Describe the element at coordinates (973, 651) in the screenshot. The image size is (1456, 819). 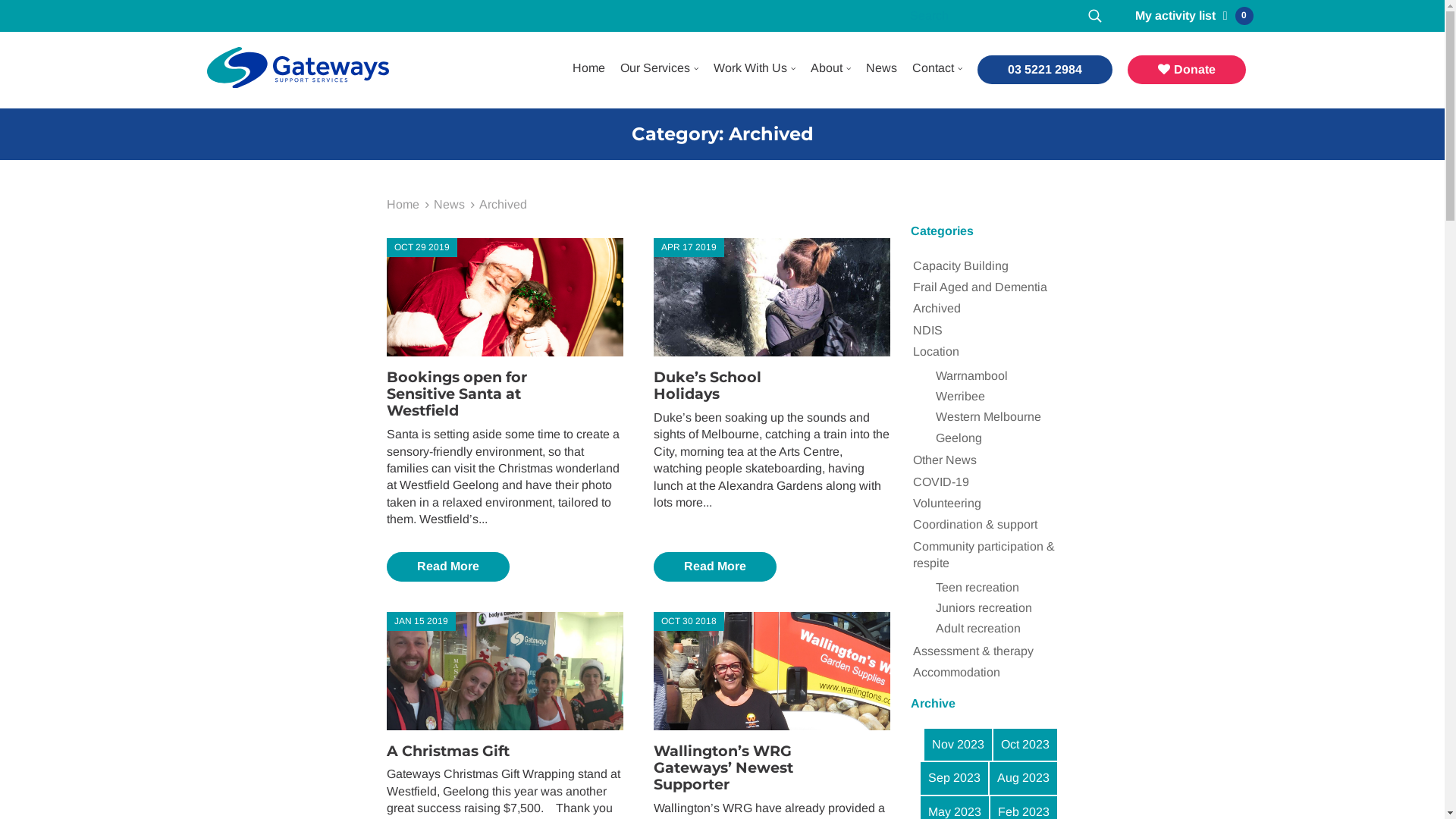
I see `'Assessment & therapy'` at that location.